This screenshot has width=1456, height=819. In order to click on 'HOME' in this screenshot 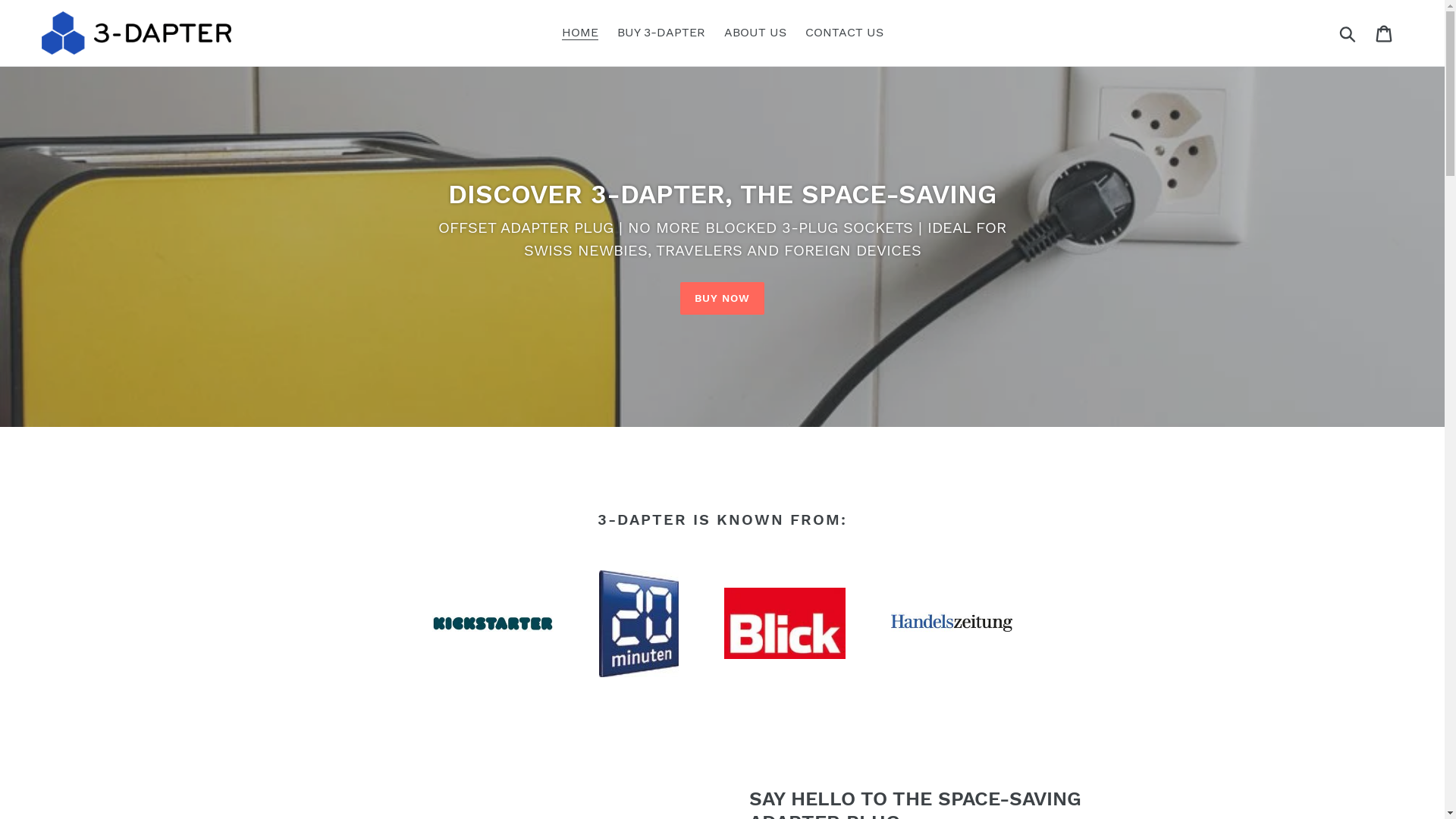, I will do `click(578, 32)`.